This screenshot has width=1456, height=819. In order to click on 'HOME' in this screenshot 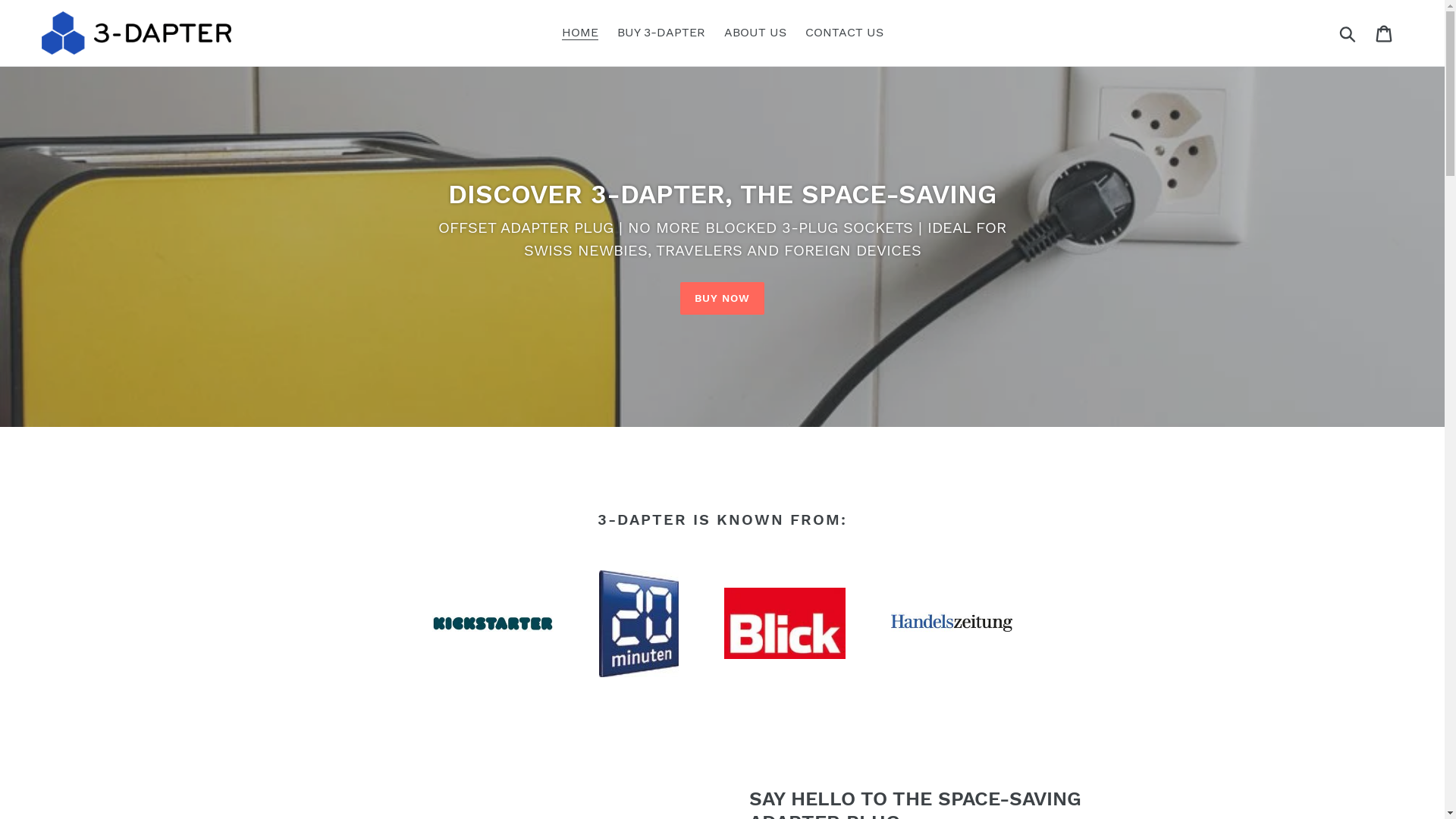, I will do `click(578, 32)`.